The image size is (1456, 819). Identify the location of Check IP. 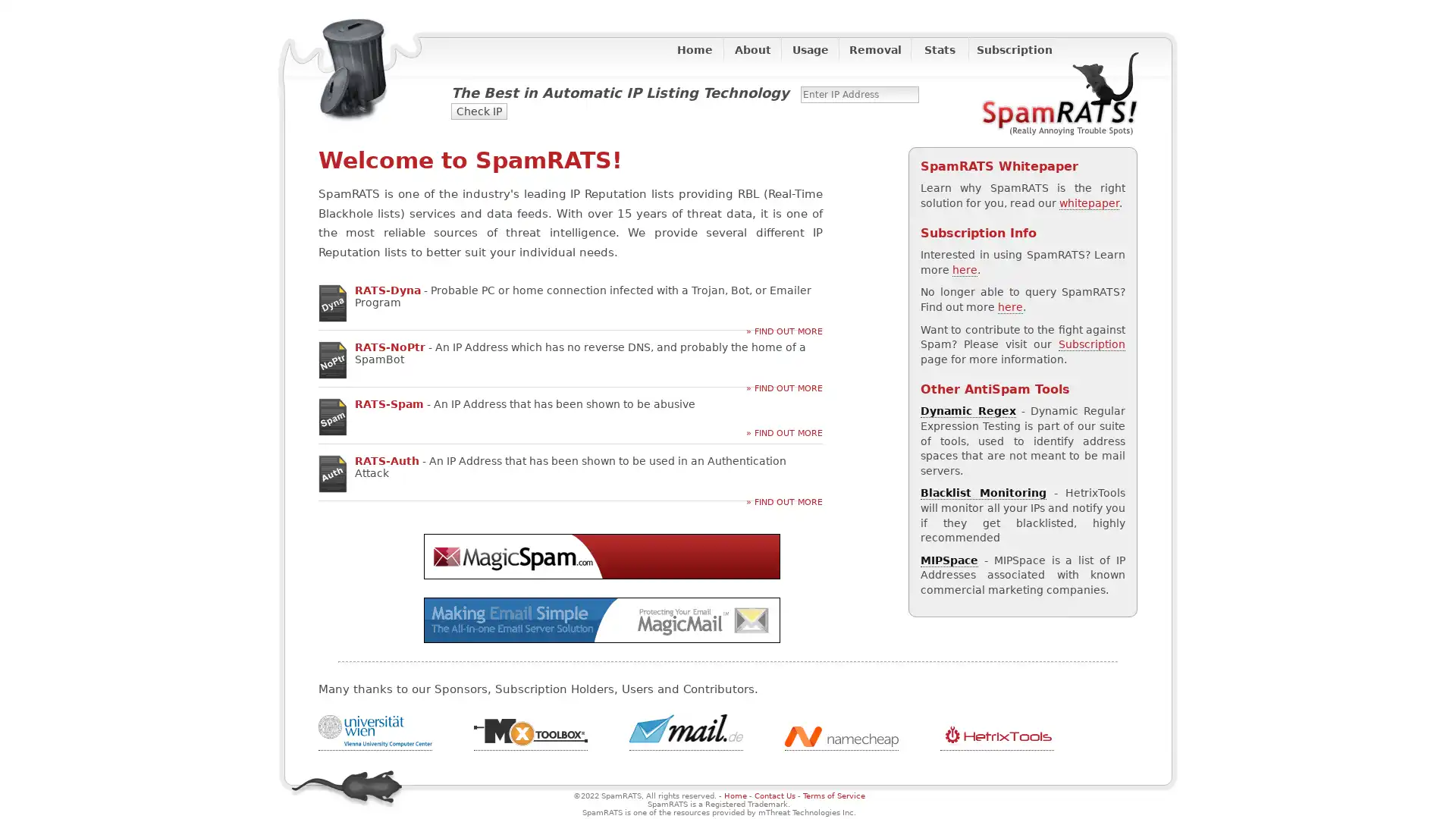
(479, 110).